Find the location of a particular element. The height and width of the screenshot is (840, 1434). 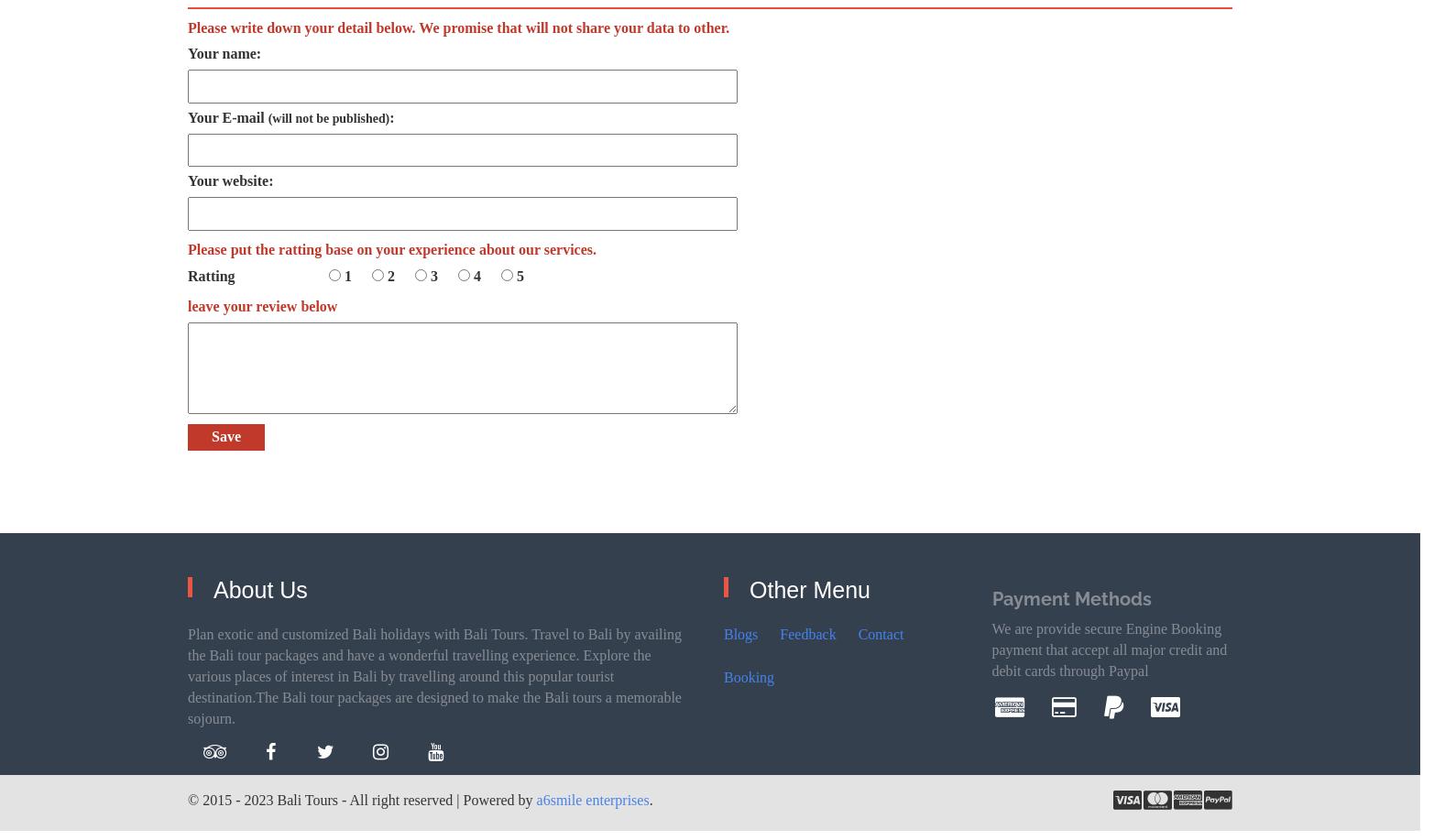

'1' is located at coordinates (346, 275).